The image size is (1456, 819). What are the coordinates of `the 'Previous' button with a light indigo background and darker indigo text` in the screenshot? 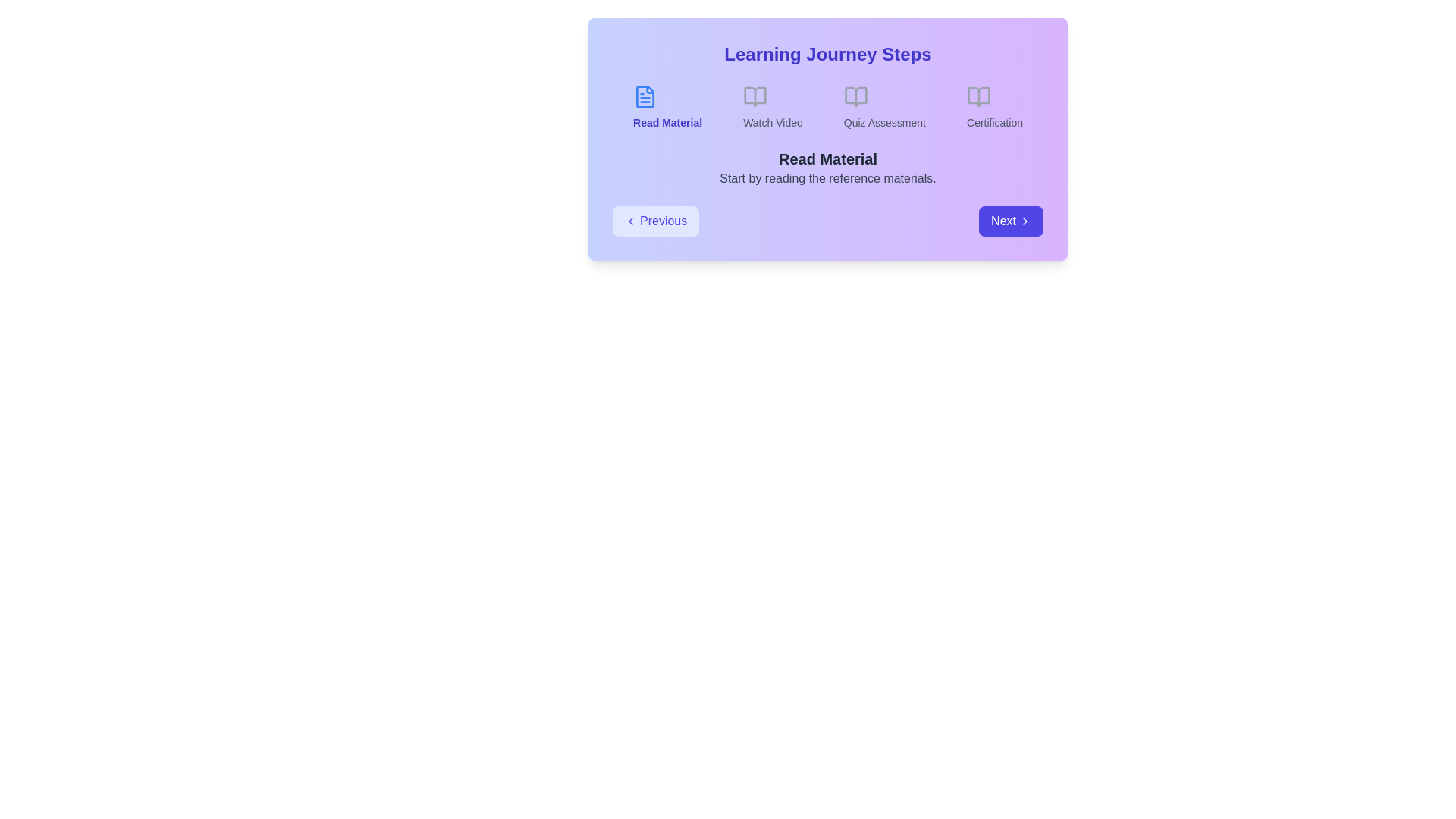 It's located at (656, 221).